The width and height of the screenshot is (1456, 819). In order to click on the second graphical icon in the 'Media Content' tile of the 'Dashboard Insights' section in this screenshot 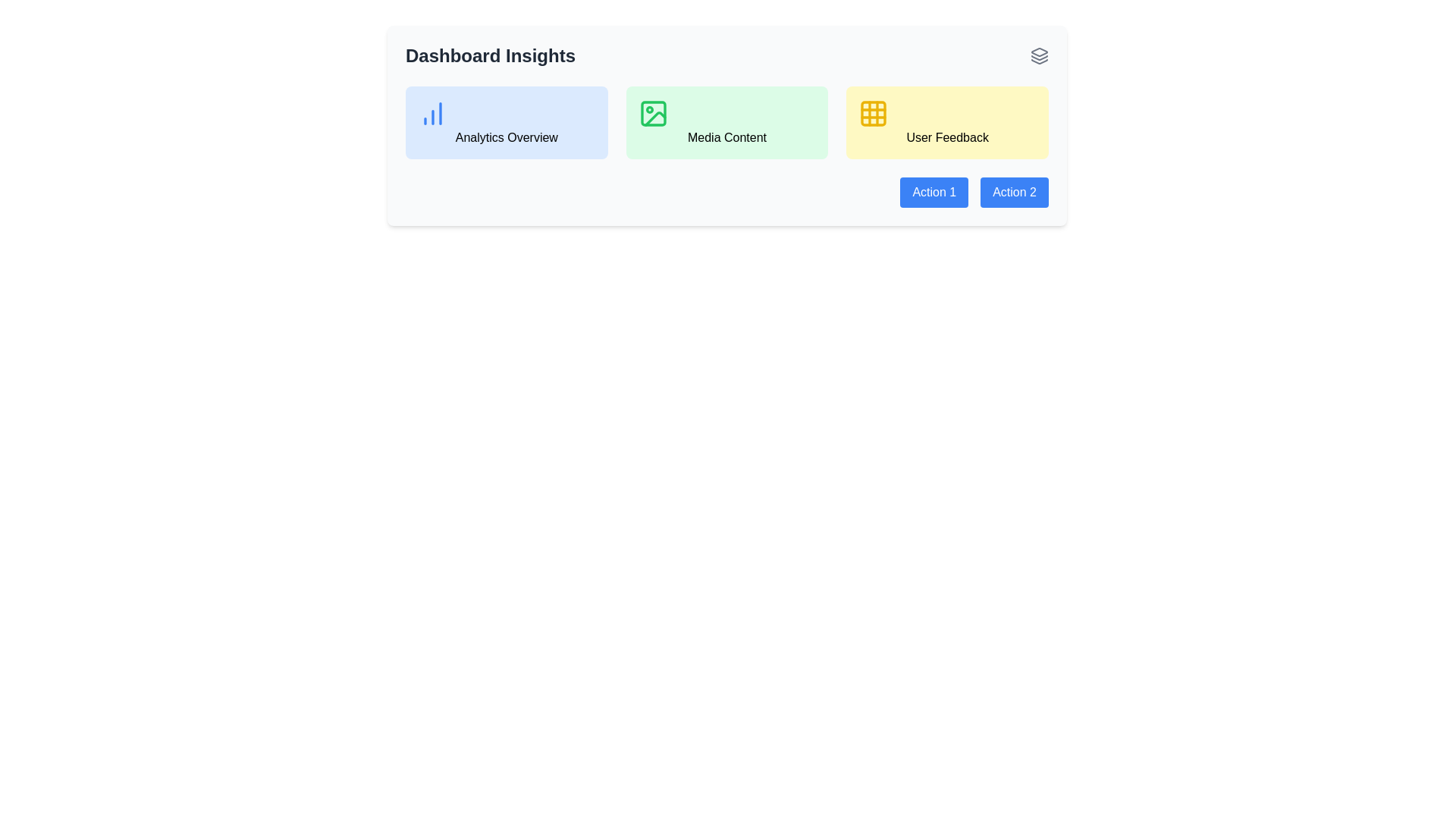, I will do `click(653, 113)`.